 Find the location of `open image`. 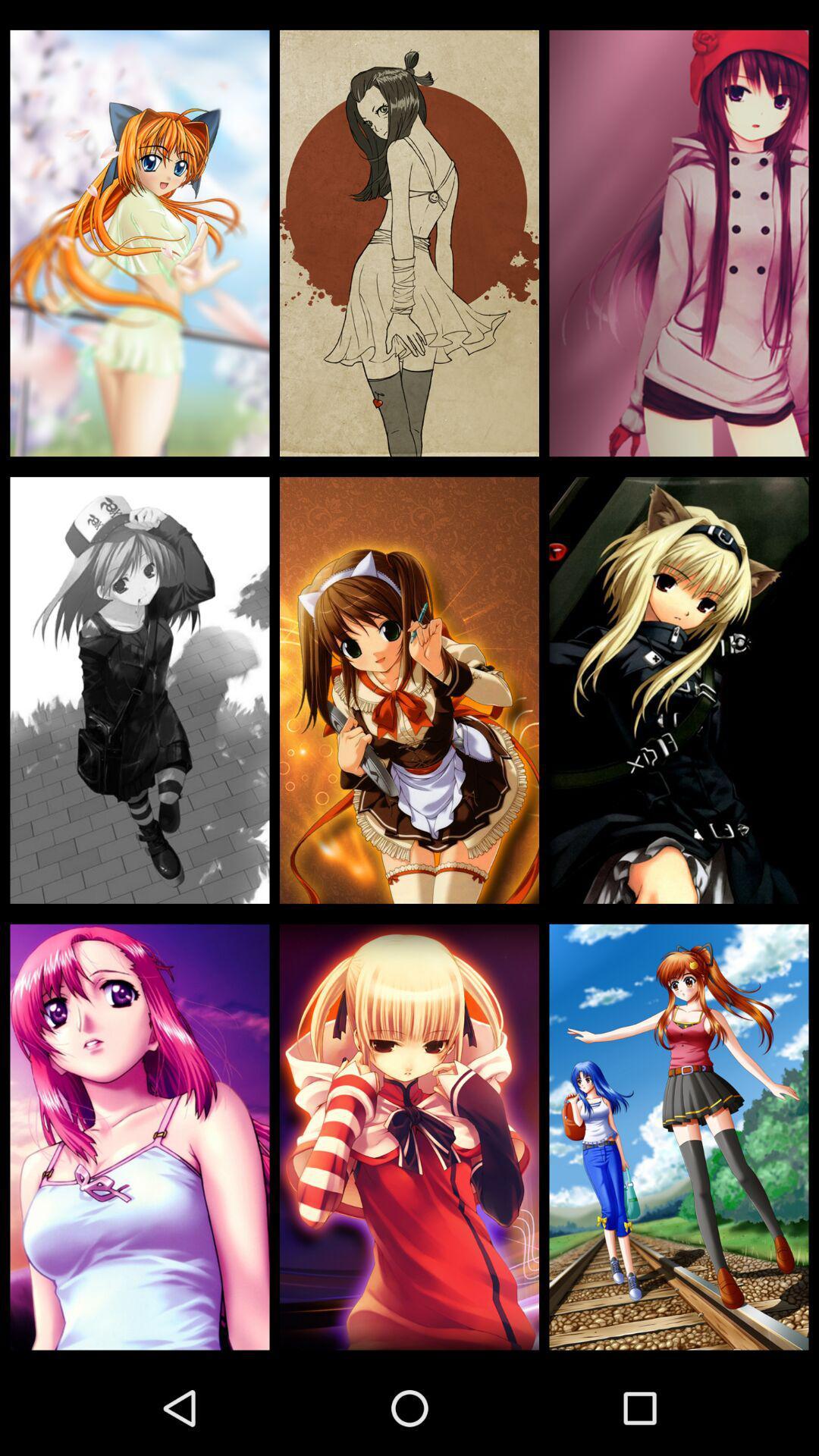

open image is located at coordinates (140, 243).